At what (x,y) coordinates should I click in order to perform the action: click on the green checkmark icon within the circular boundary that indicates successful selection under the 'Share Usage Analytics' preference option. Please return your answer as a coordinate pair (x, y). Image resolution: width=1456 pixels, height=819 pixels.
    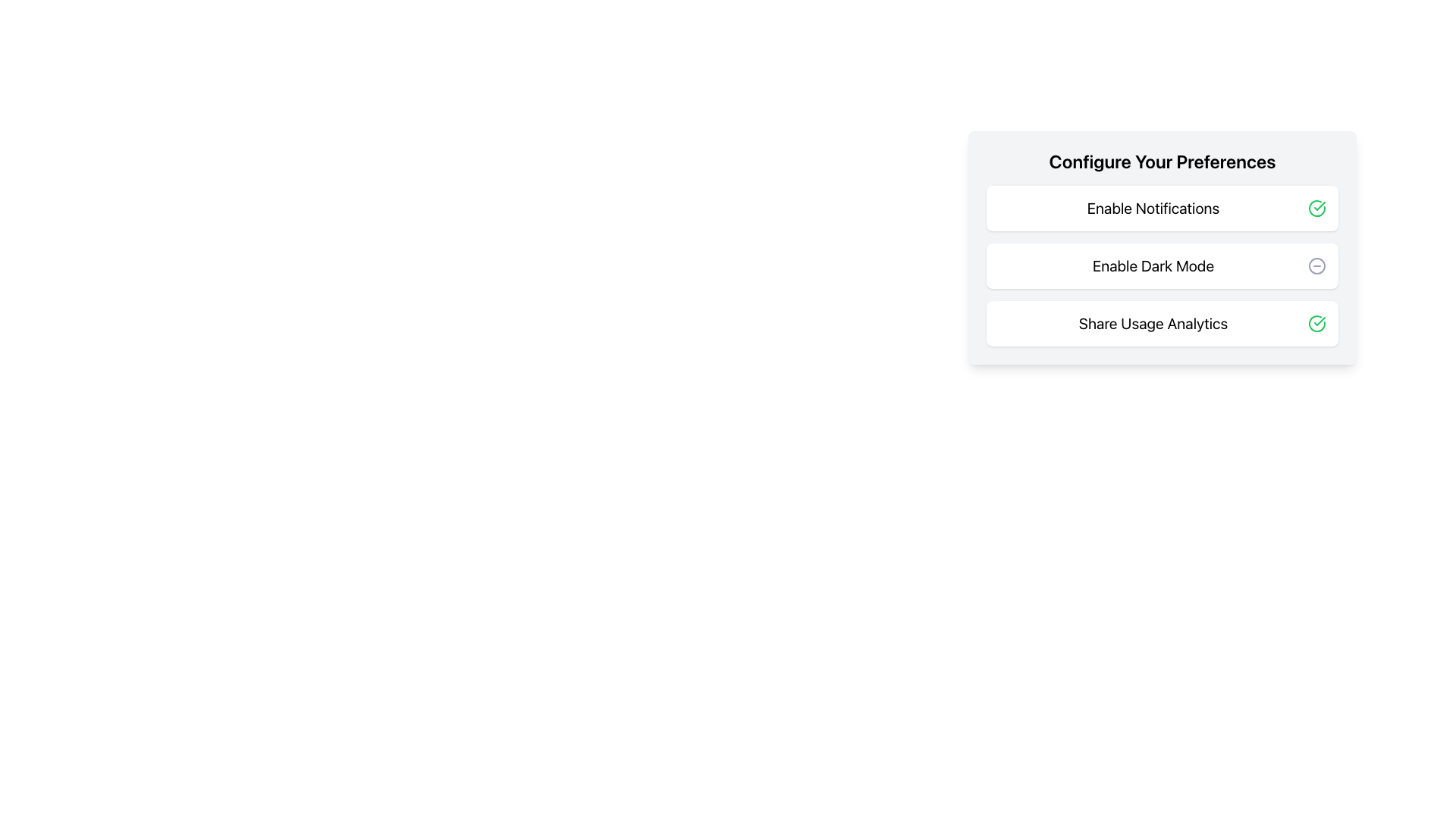
    Looking at the image, I should click on (1319, 206).